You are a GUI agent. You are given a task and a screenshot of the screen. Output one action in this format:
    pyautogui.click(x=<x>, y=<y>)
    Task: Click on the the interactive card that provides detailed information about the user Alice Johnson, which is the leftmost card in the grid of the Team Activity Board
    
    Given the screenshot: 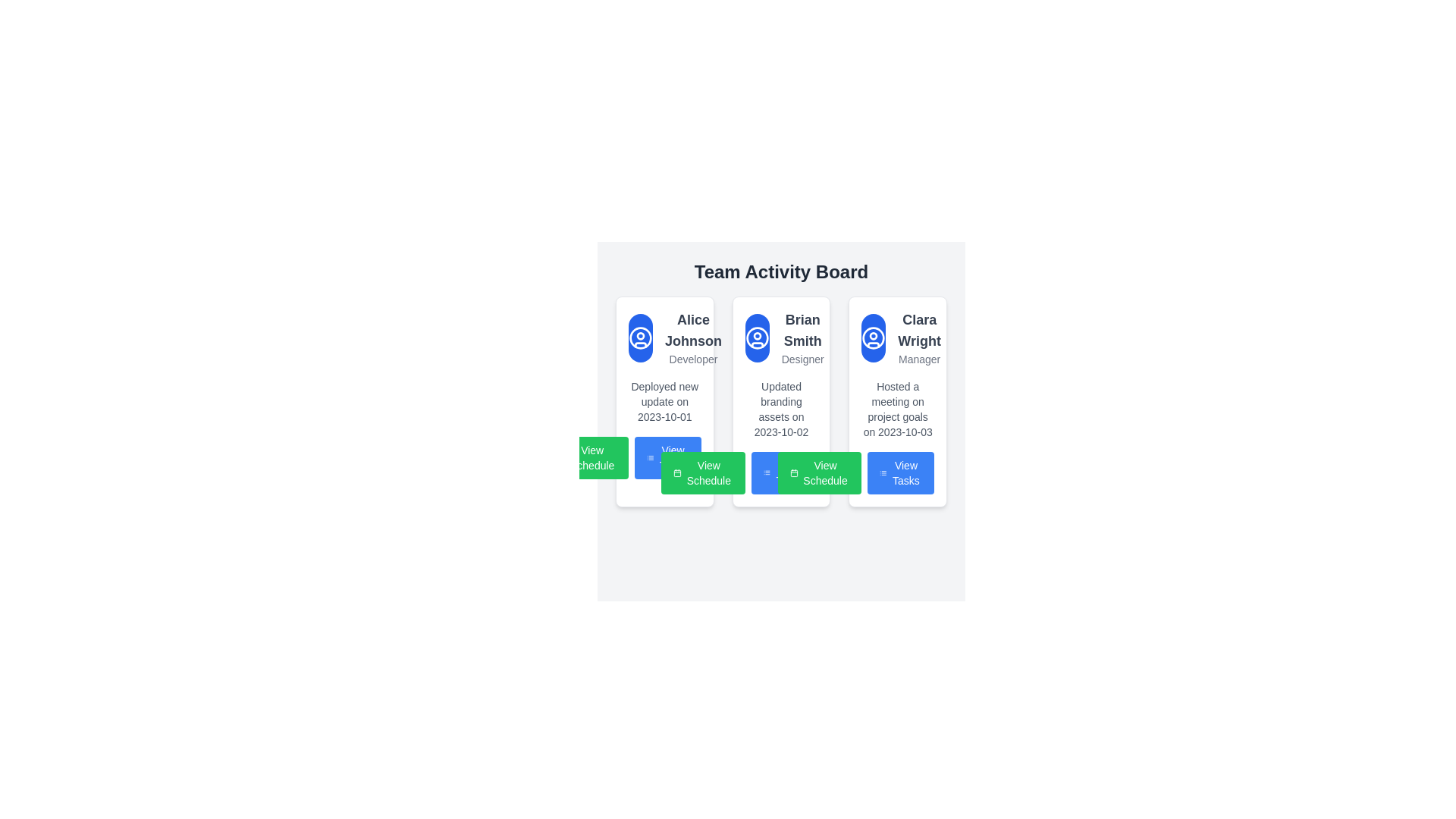 What is the action you would take?
    pyautogui.click(x=664, y=400)
    